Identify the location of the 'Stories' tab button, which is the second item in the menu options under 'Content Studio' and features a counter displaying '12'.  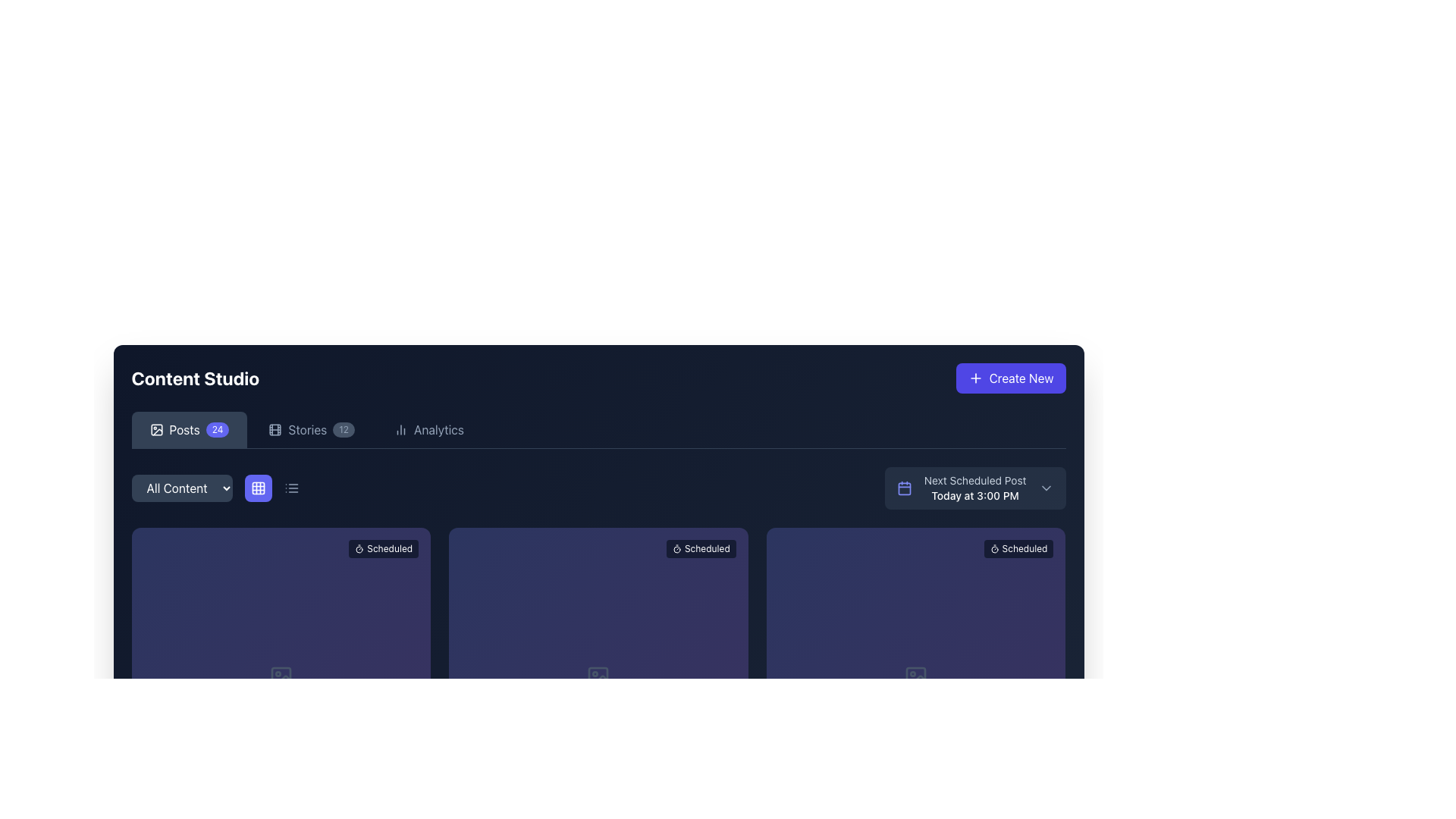
(311, 430).